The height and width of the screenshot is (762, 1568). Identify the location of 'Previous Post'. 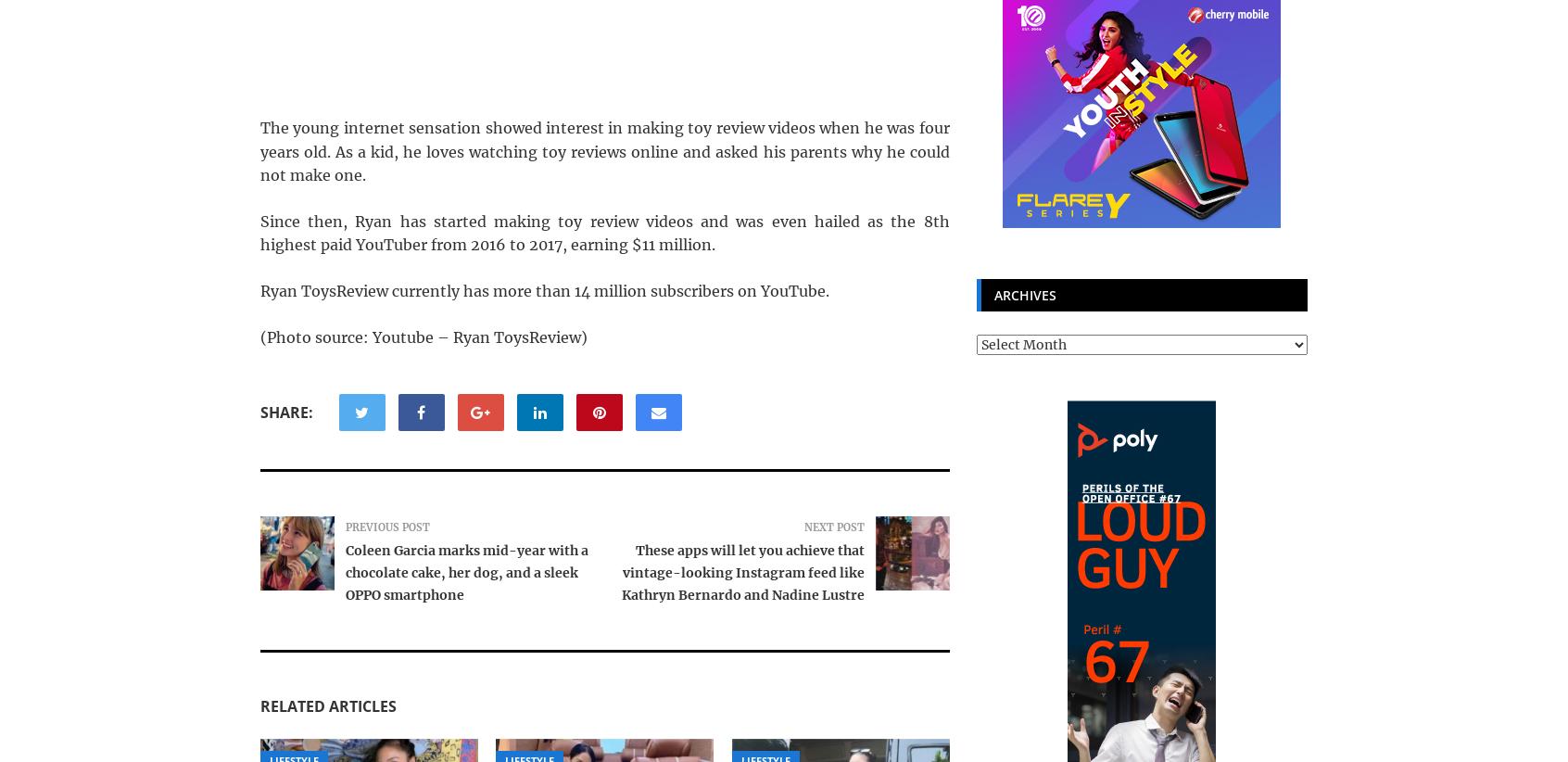
(387, 527).